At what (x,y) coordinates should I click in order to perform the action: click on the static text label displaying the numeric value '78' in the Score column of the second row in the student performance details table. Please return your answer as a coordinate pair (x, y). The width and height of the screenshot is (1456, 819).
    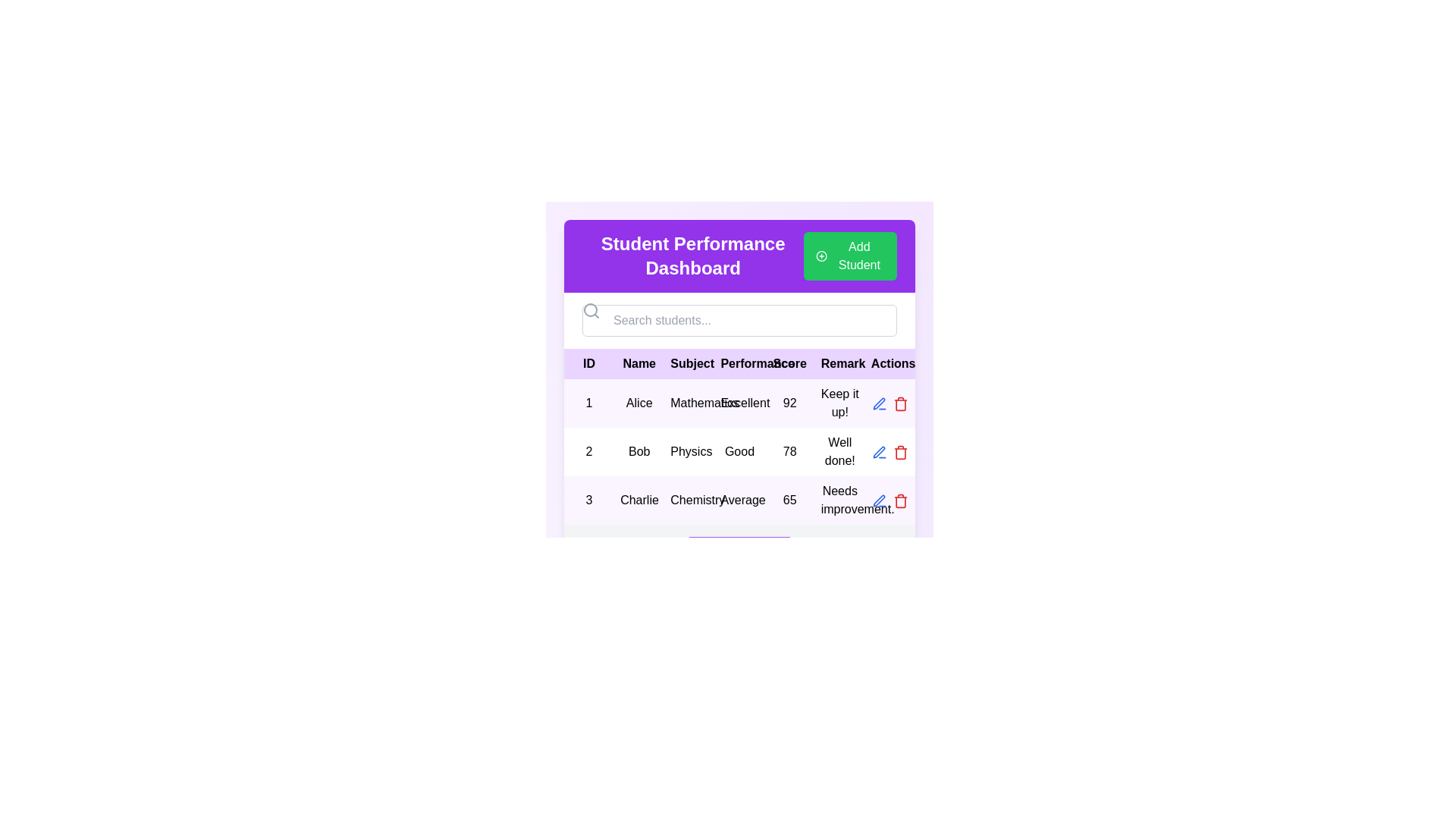
    Looking at the image, I should click on (789, 451).